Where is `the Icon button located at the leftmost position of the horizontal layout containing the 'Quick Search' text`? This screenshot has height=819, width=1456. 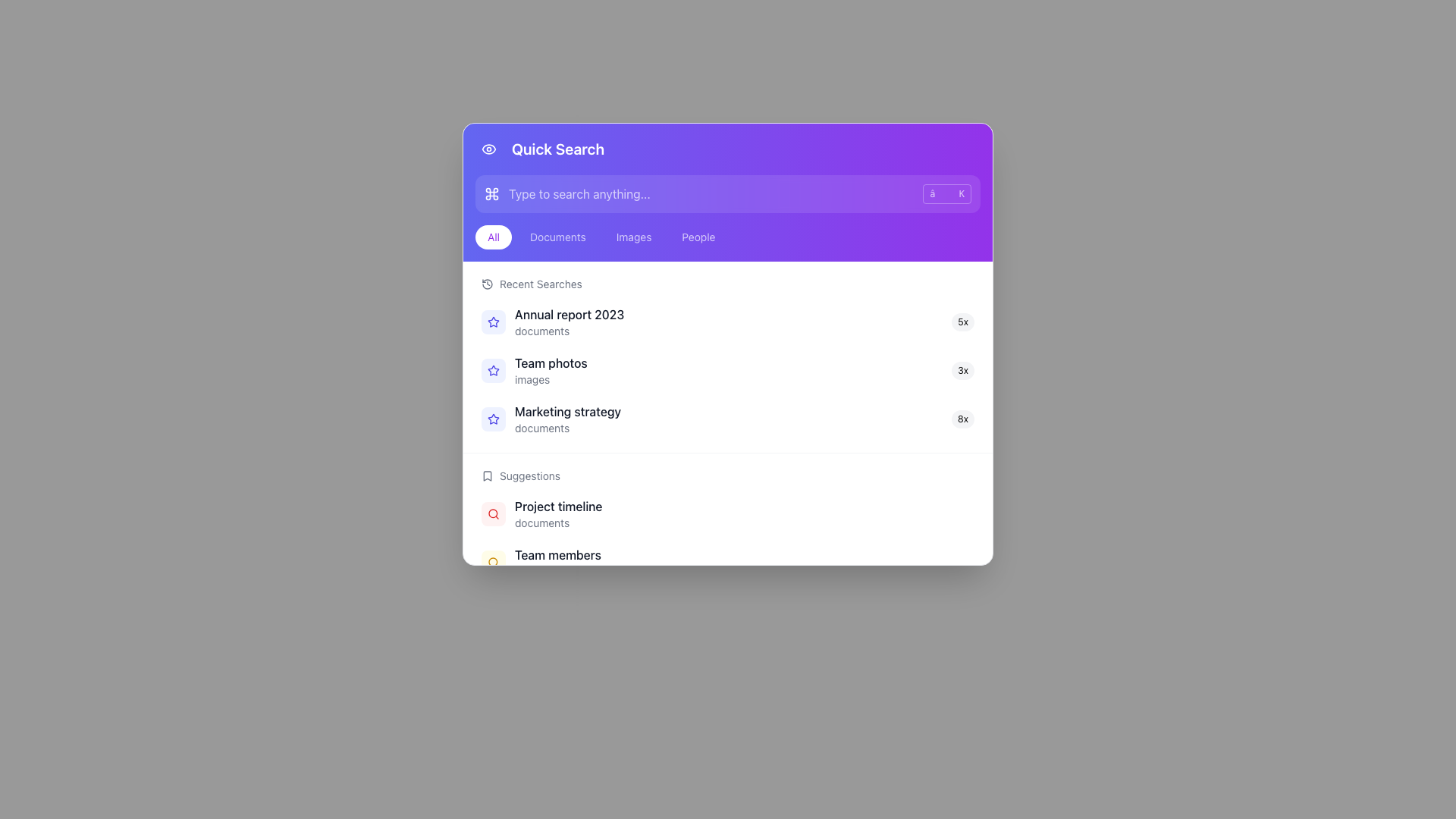 the Icon button located at the leftmost position of the horizontal layout containing the 'Quick Search' text is located at coordinates (488, 149).